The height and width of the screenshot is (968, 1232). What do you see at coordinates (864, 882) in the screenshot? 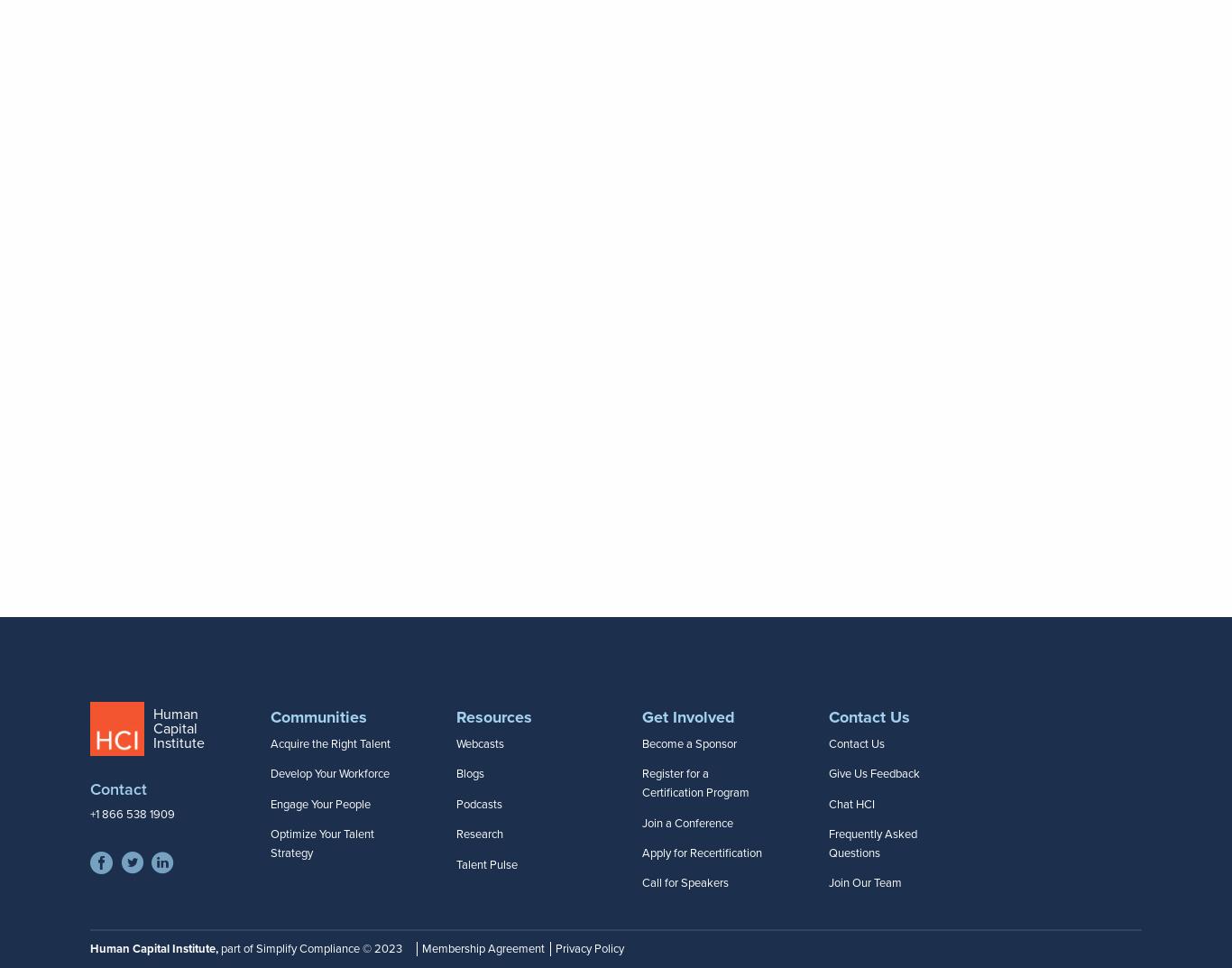
I see `'Join Our Team'` at bounding box center [864, 882].